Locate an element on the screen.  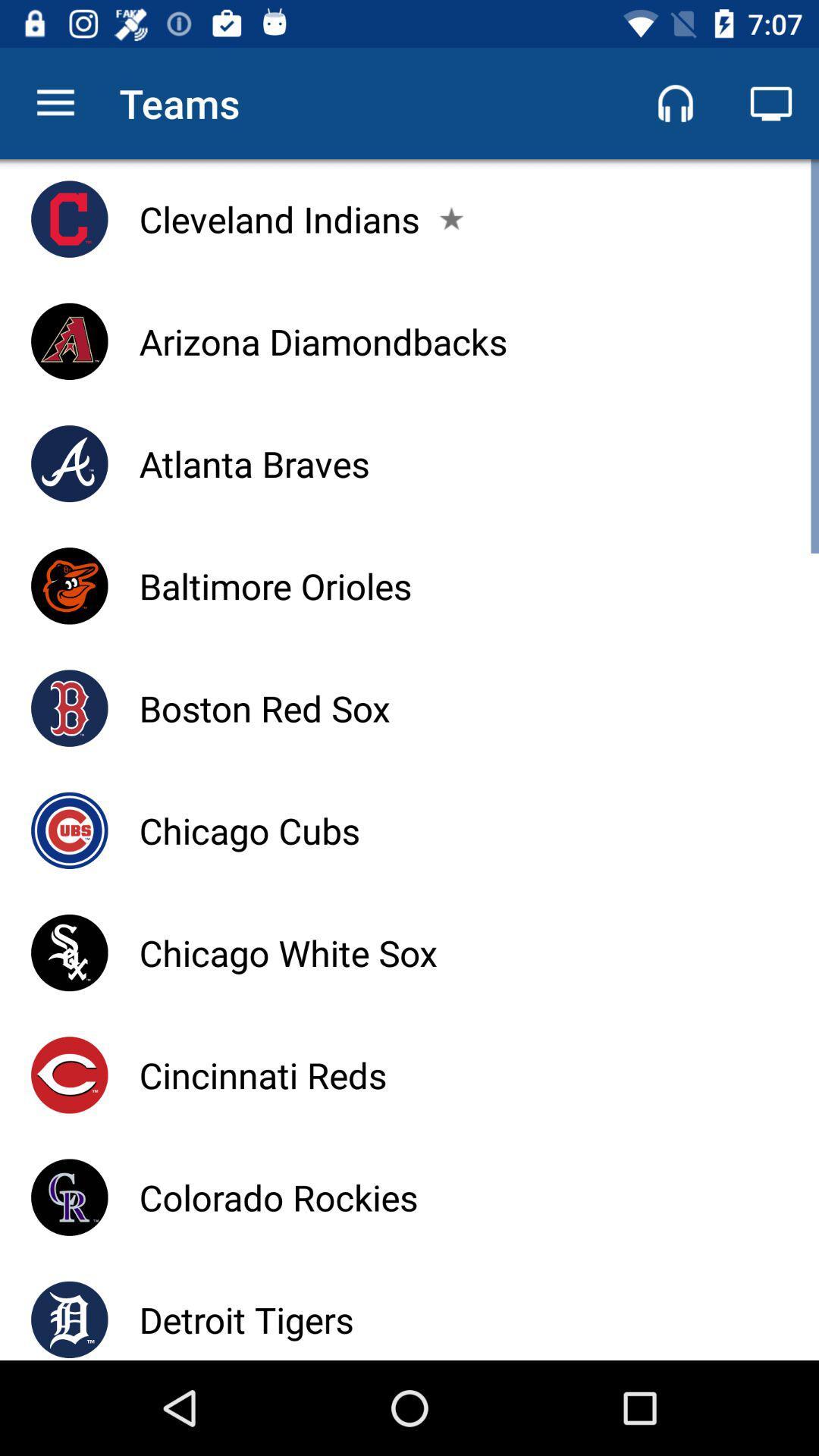
the arizona diamondbacks item is located at coordinates (322, 340).